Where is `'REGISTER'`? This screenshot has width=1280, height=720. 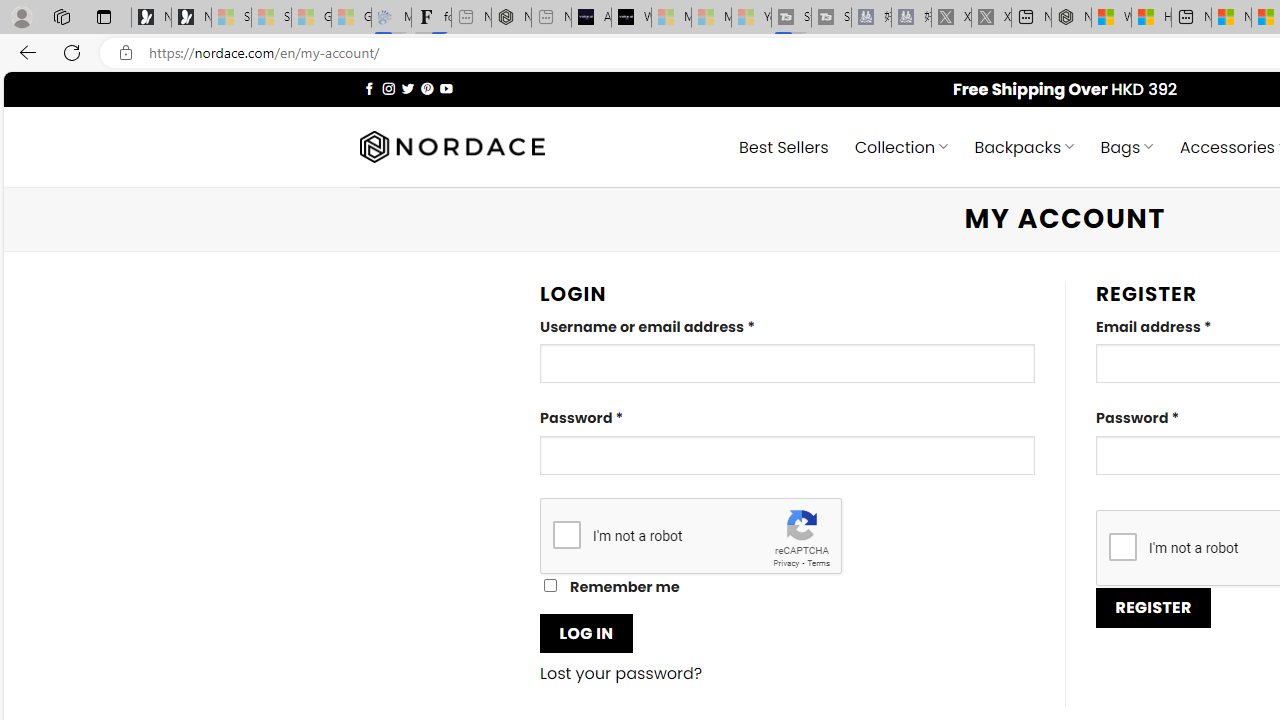 'REGISTER' is located at coordinates (1153, 607).